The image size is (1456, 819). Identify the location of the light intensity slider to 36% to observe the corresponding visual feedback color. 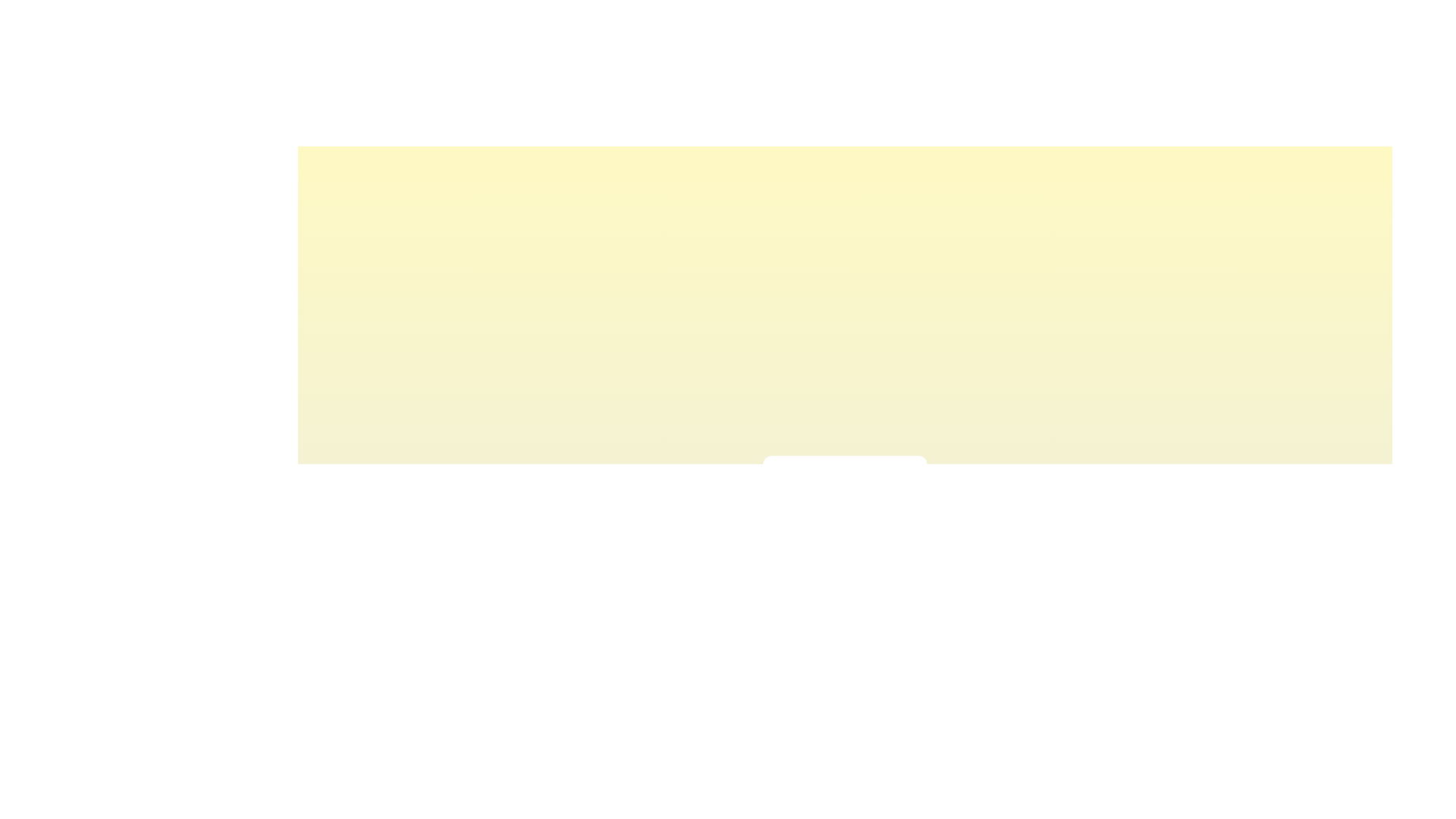
(826, 513).